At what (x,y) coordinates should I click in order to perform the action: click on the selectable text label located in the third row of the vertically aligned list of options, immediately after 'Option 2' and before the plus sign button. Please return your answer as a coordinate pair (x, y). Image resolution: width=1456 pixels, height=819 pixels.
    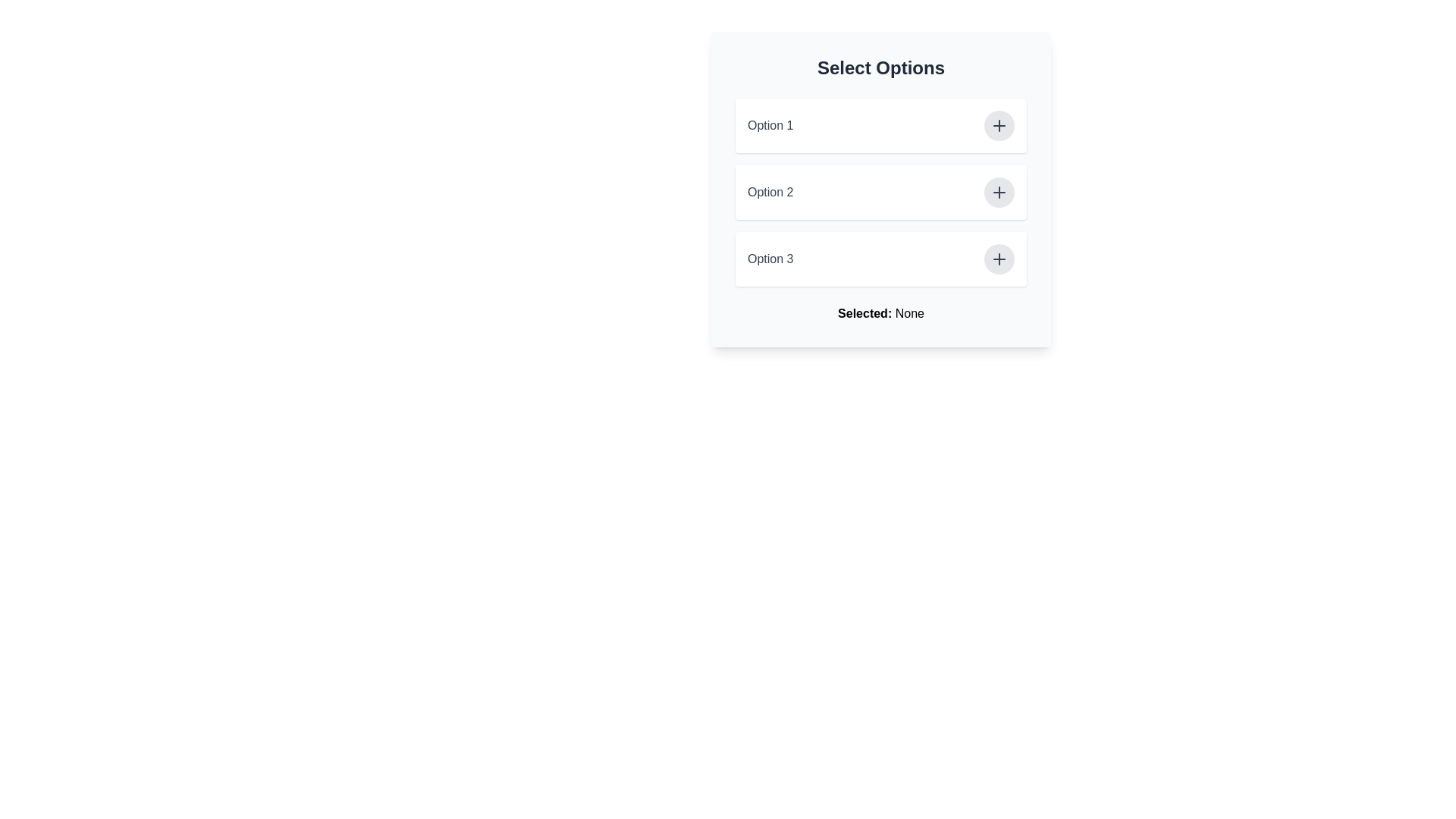
    Looking at the image, I should click on (770, 259).